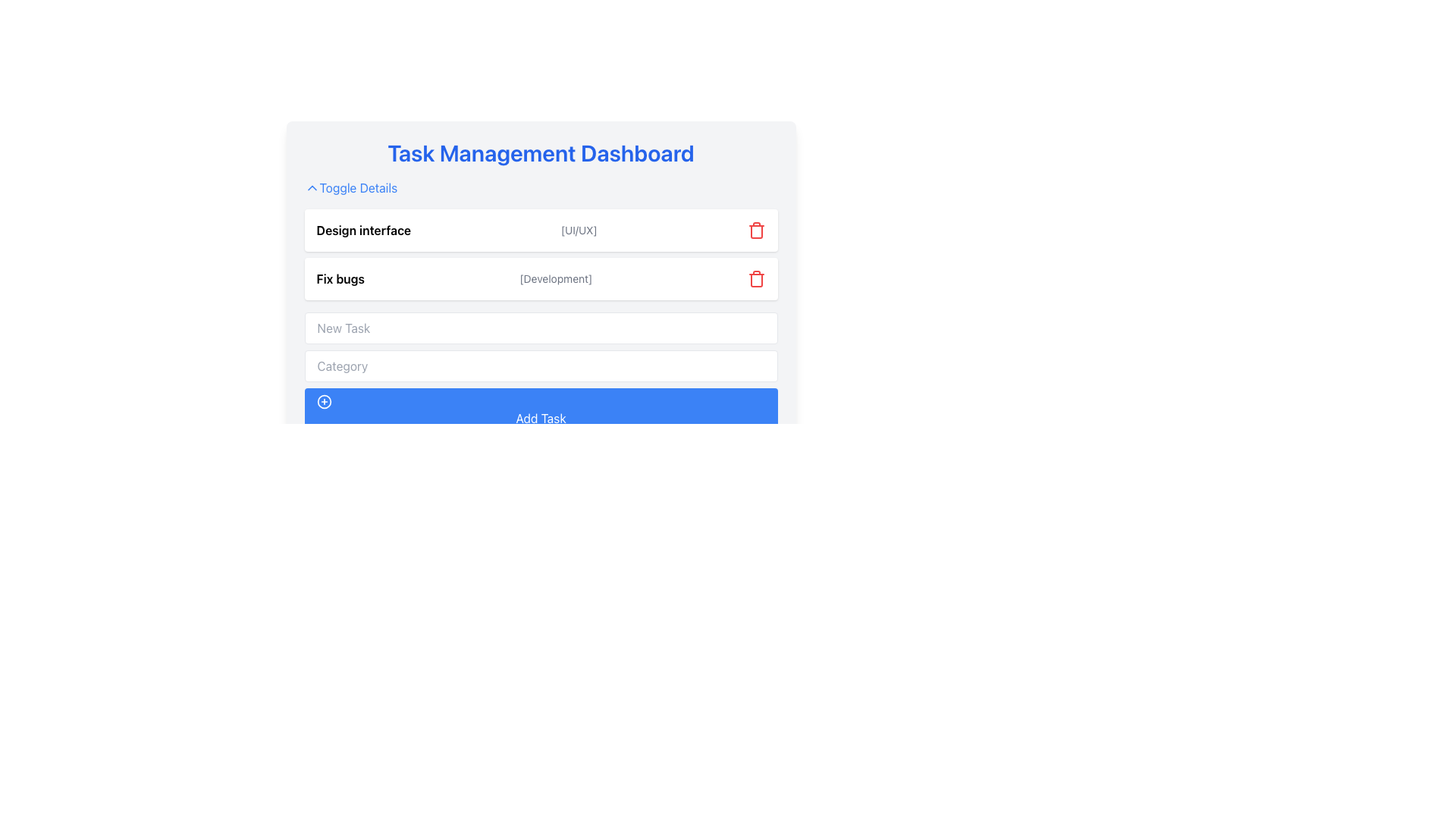 The image size is (1456, 819). Describe the element at coordinates (541, 411) in the screenshot. I see `the 'Add Task' button, which has a blue background and white text` at that location.